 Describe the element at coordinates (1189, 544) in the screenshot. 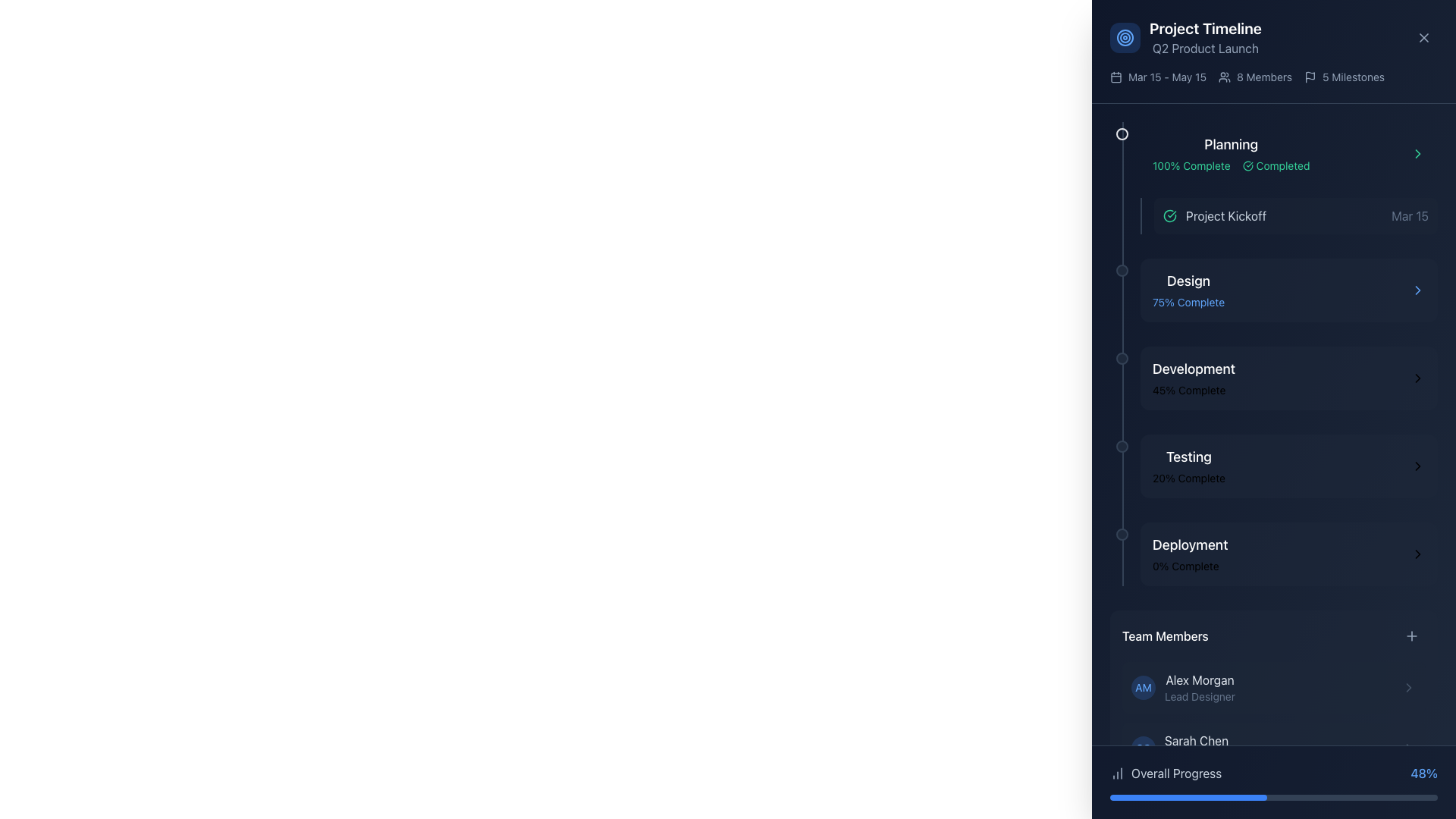

I see `the static text label displaying 'Deployment' in large, bold white font, located in the last section of the timeline interface above '0% Complete'` at that location.